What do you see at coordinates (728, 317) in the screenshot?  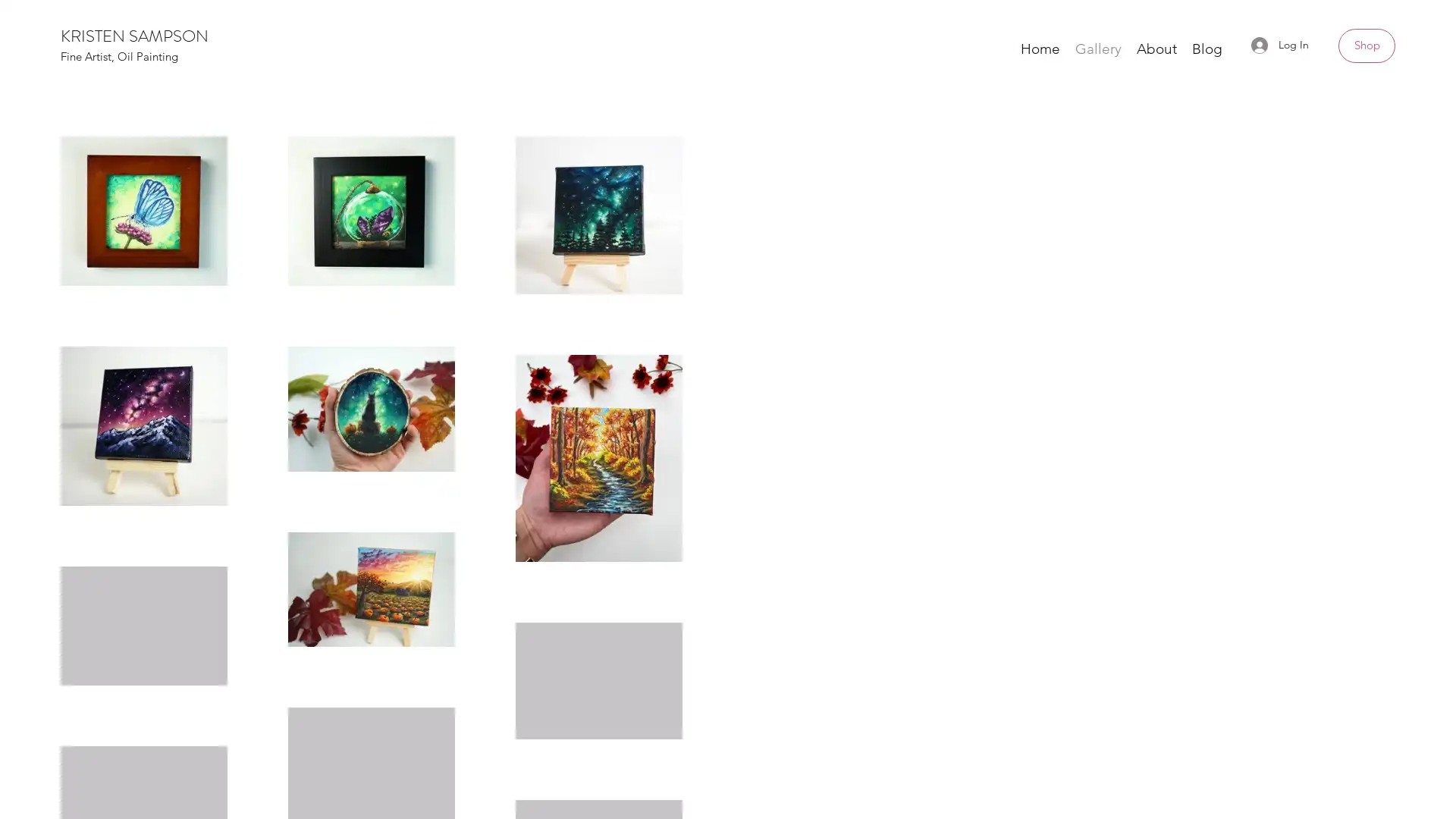 I see `"Tiny Treasures" 3x3in - 2021` at bounding box center [728, 317].